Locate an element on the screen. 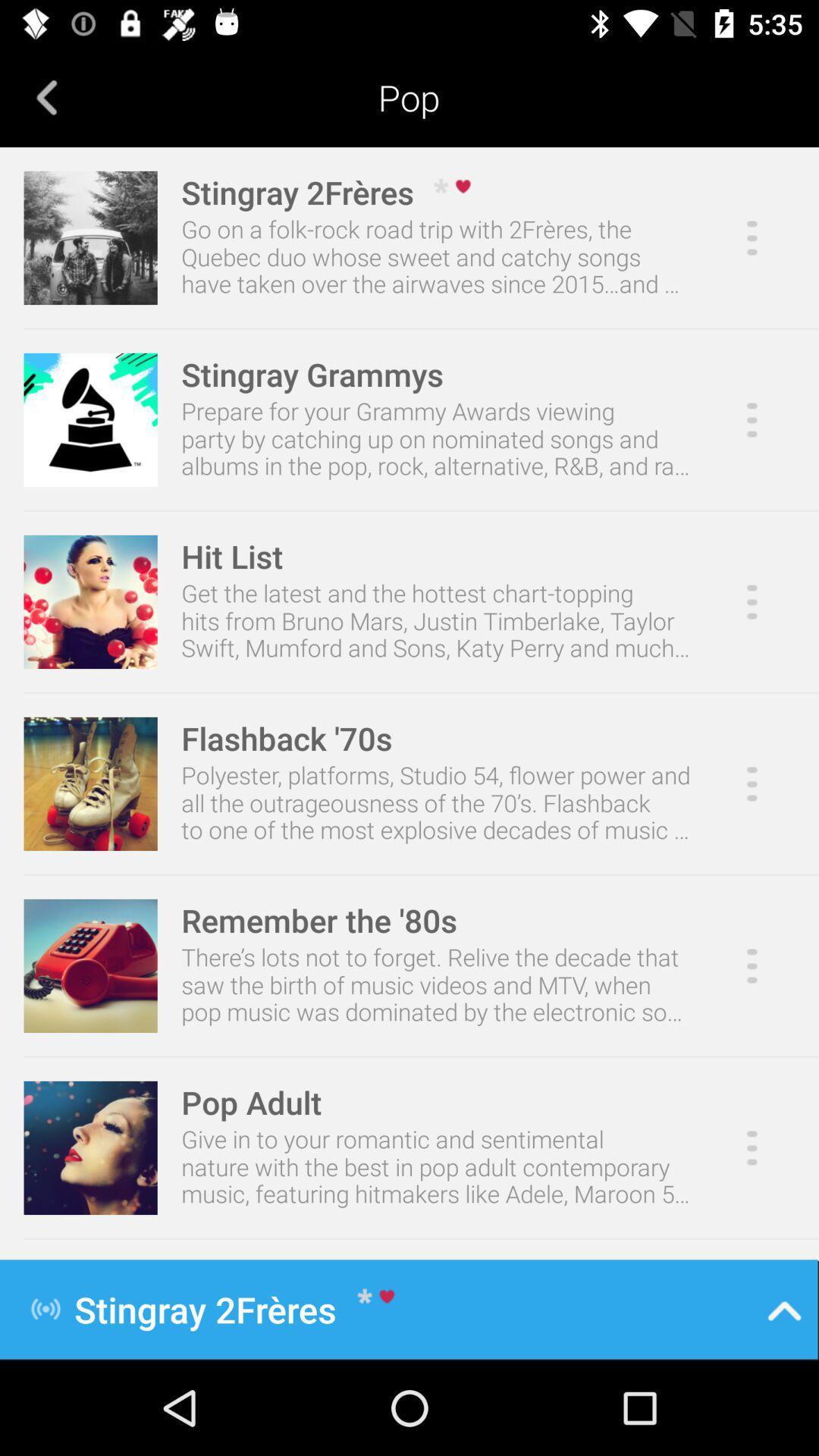 The width and height of the screenshot is (819, 1456). the icon next to the pop is located at coordinates (46, 96).